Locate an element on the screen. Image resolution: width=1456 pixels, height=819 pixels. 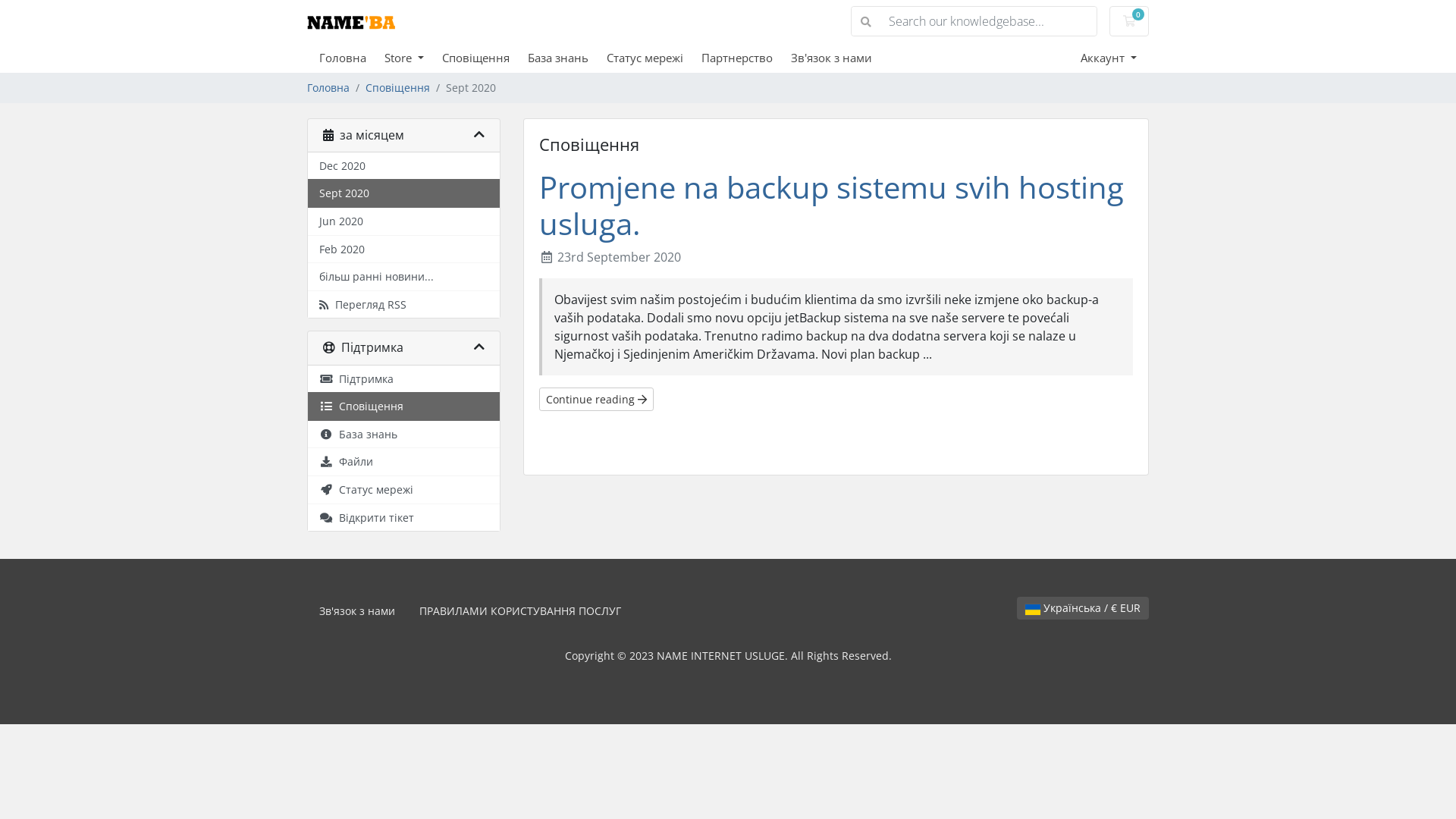
'Feb 2020' is located at coordinates (403, 249).